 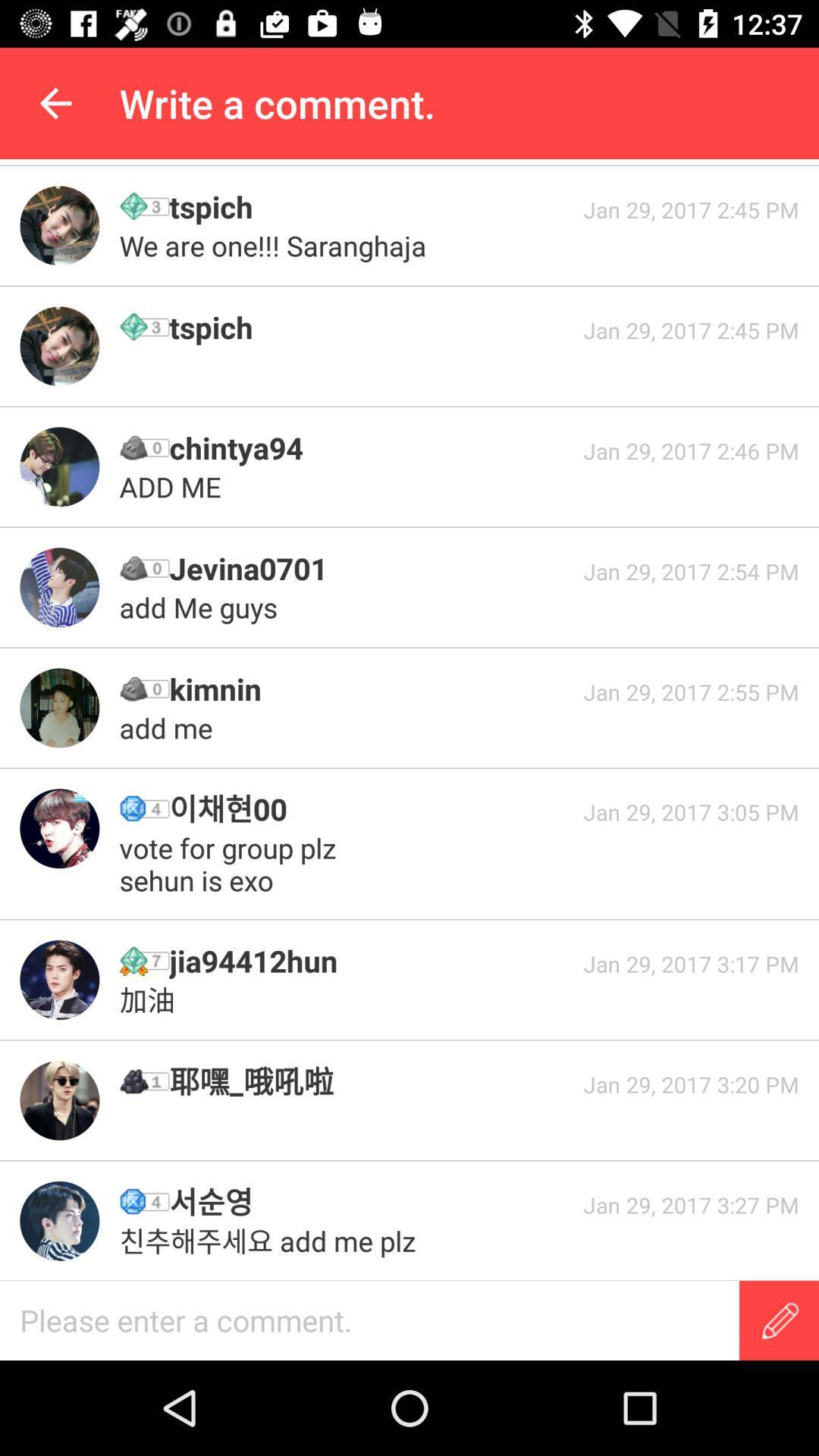 What do you see at coordinates (58, 586) in the screenshot?
I see `profile` at bounding box center [58, 586].